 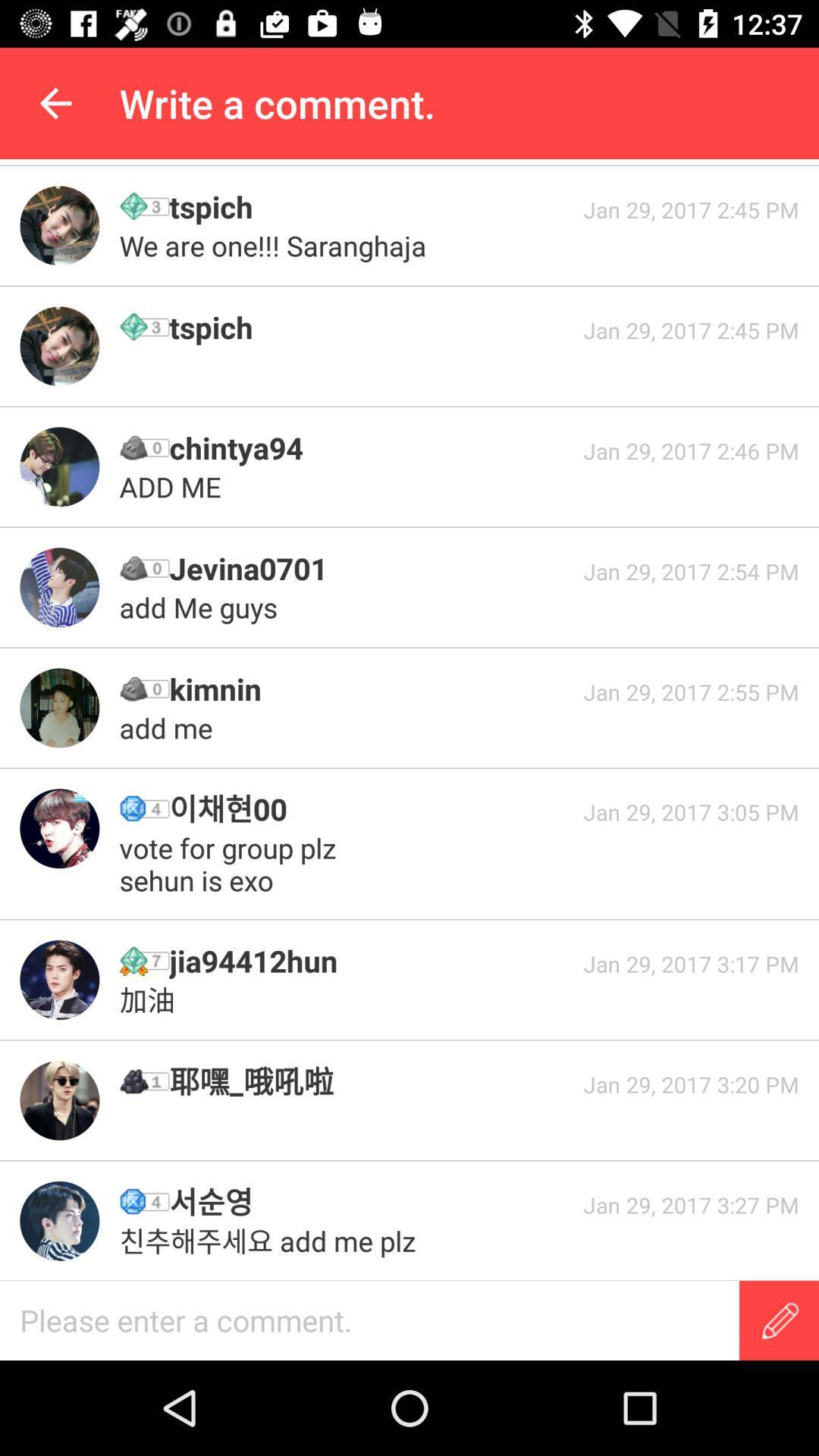 What do you see at coordinates (58, 586) in the screenshot?
I see `profile` at bounding box center [58, 586].